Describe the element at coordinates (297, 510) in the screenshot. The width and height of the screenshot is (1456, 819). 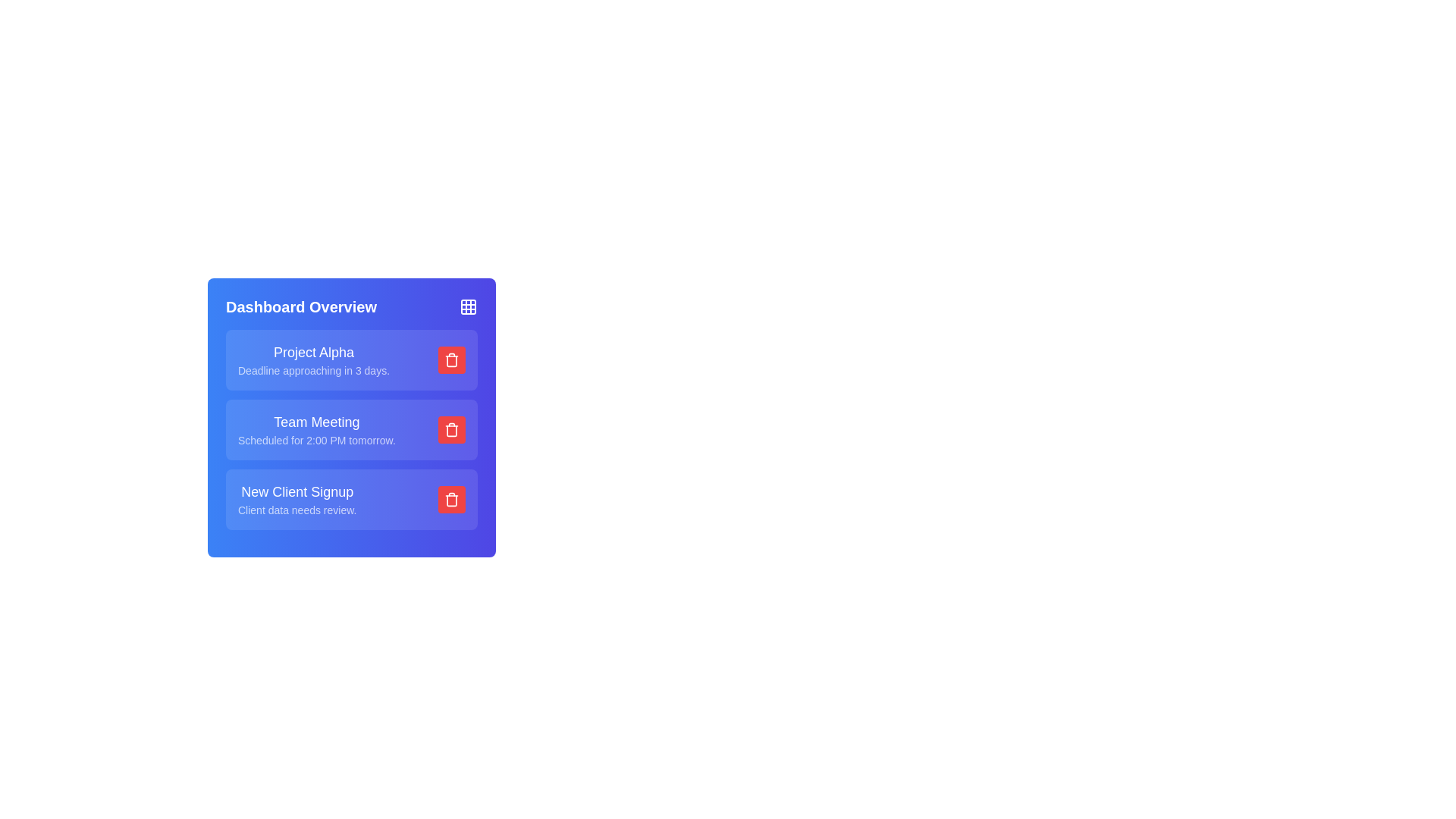
I see `the text label that reads 'Client data needs review.', which is styled with a smaller font size and light white shade, located below the 'New Client Signup' label in the Dashboard Overview panel` at that location.